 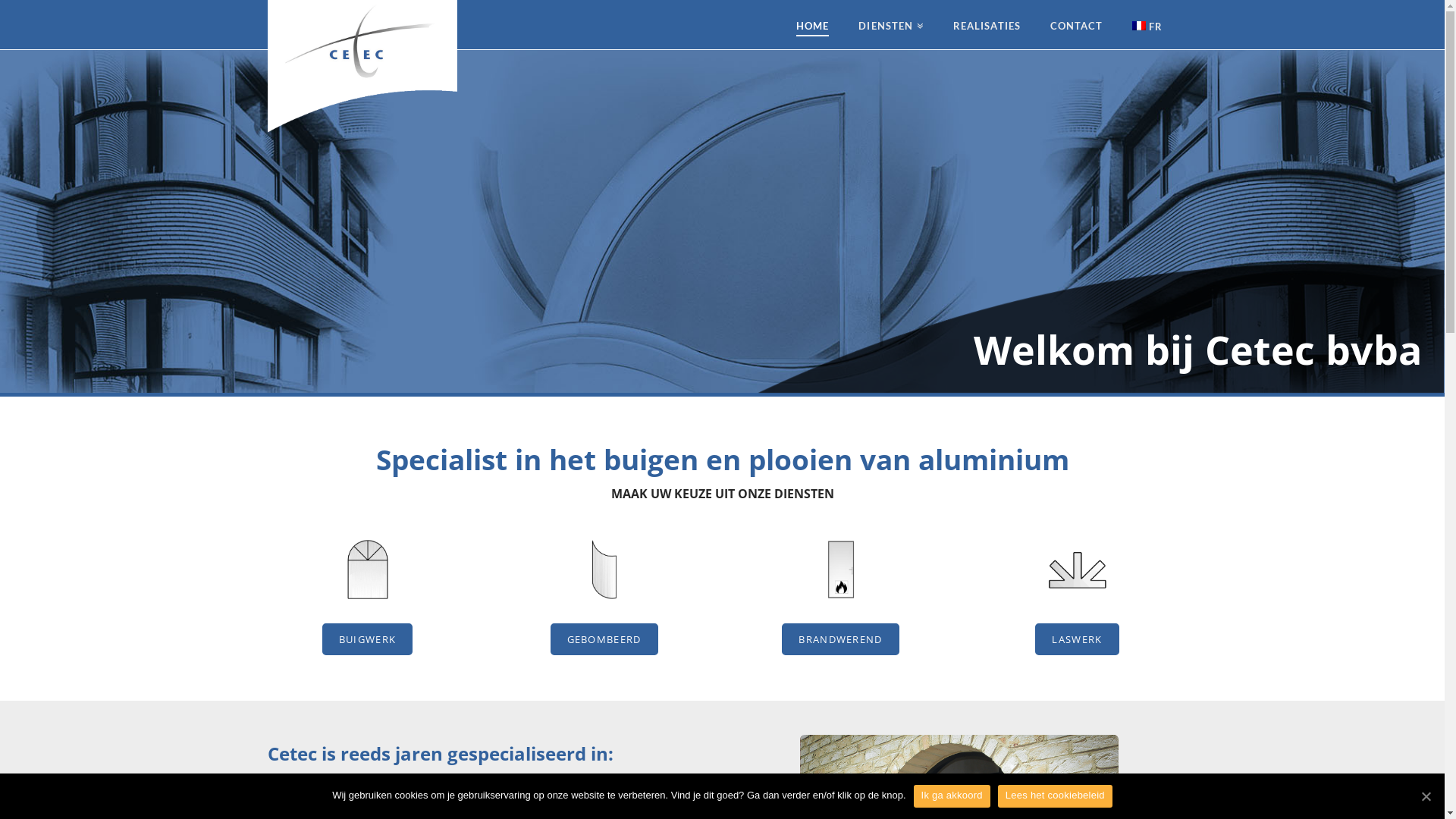 What do you see at coordinates (1075, 24) in the screenshot?
I see `'CONTACT'` at bounding box center [1075, 24].